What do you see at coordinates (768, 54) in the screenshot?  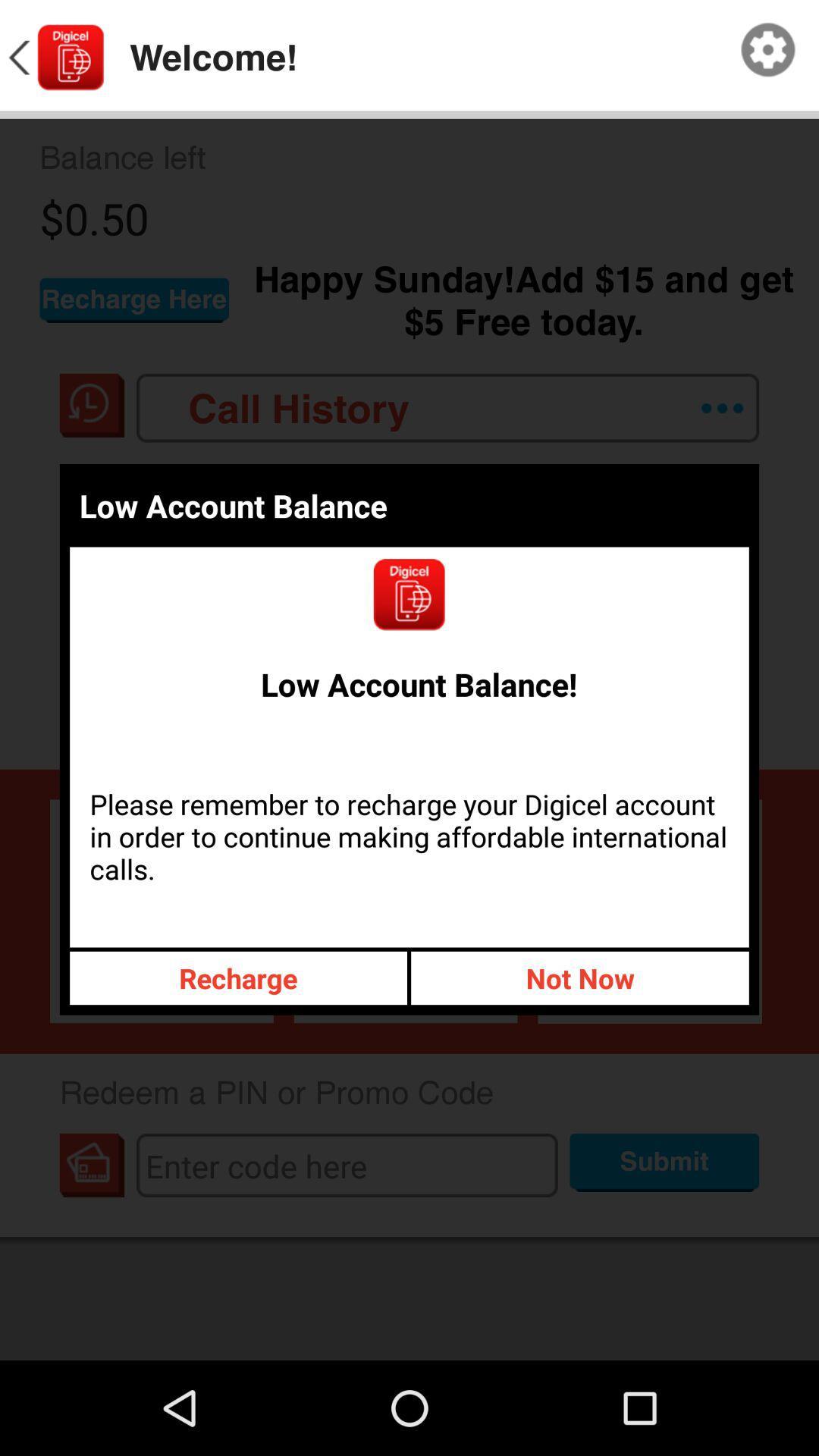 I see `the settings icon` at bounding box center [768, 54].